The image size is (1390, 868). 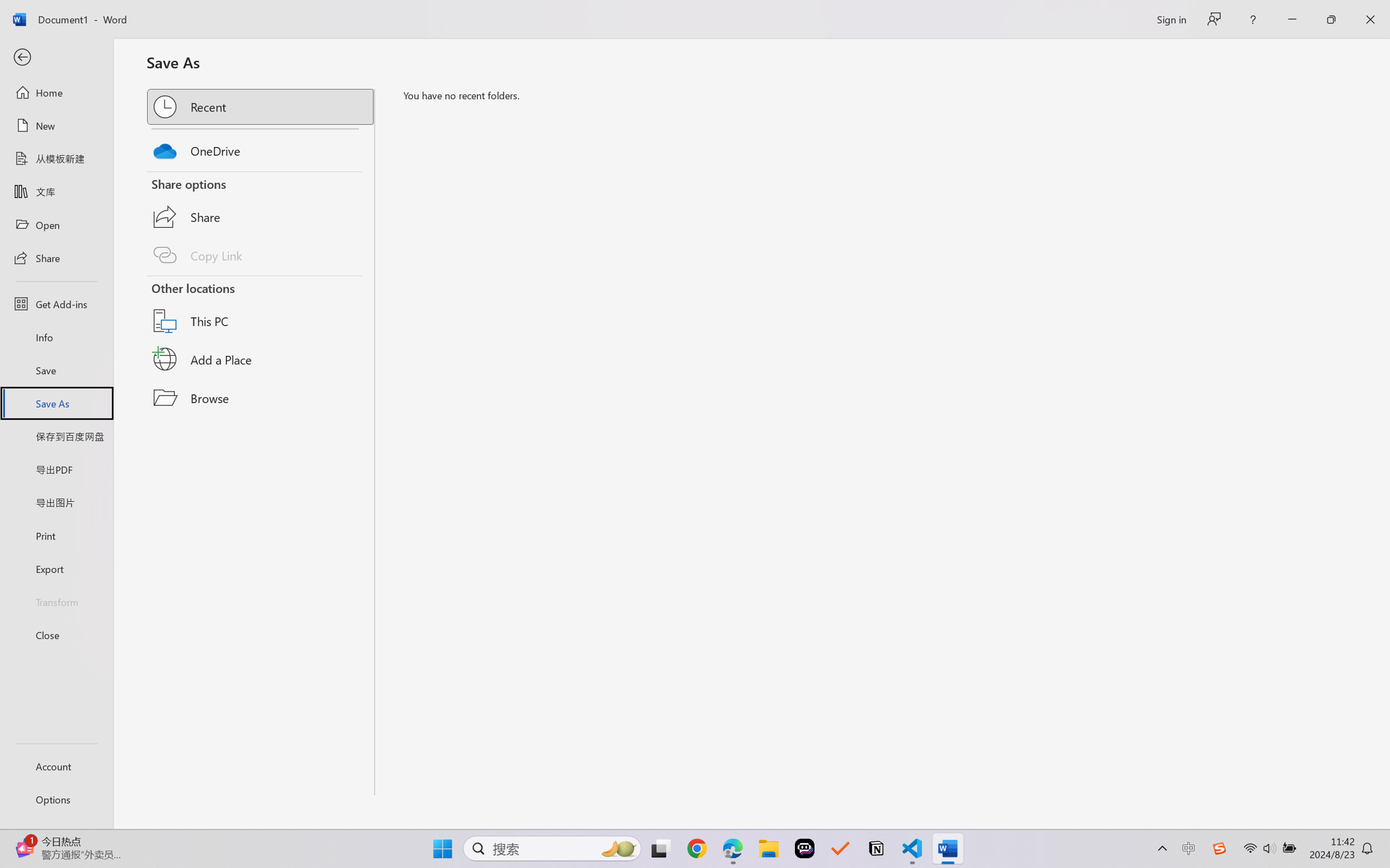 I want to click on 'Copy Link', so click(x=261, y=254).